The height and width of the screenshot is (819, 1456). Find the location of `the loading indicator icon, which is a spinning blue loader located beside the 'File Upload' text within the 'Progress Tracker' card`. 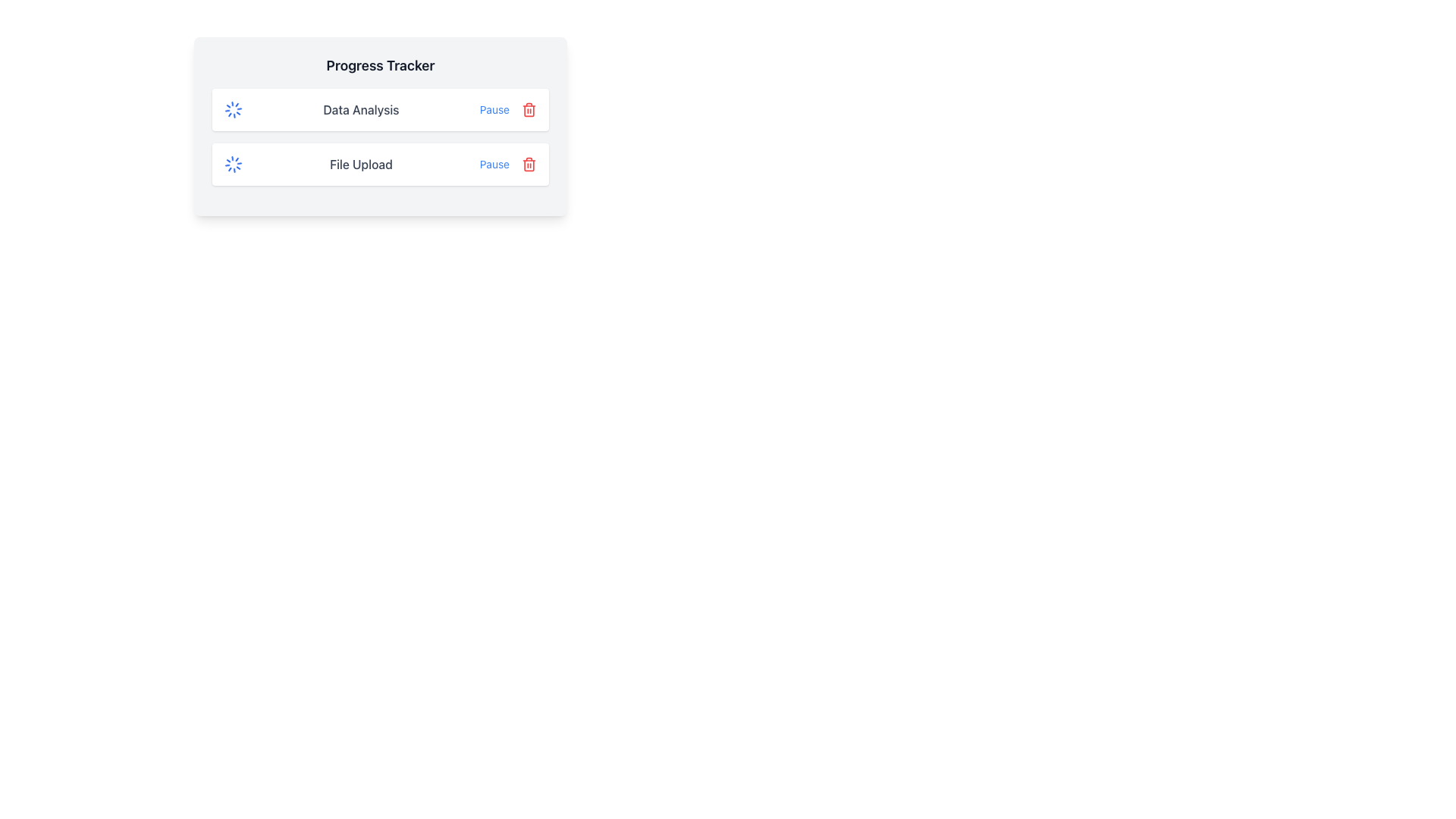

the loading indicator icon, which is a spinning blue loader located beside the 'File Upload' text within the 'Progress Tracker' card is located at coordinates (232, 164).